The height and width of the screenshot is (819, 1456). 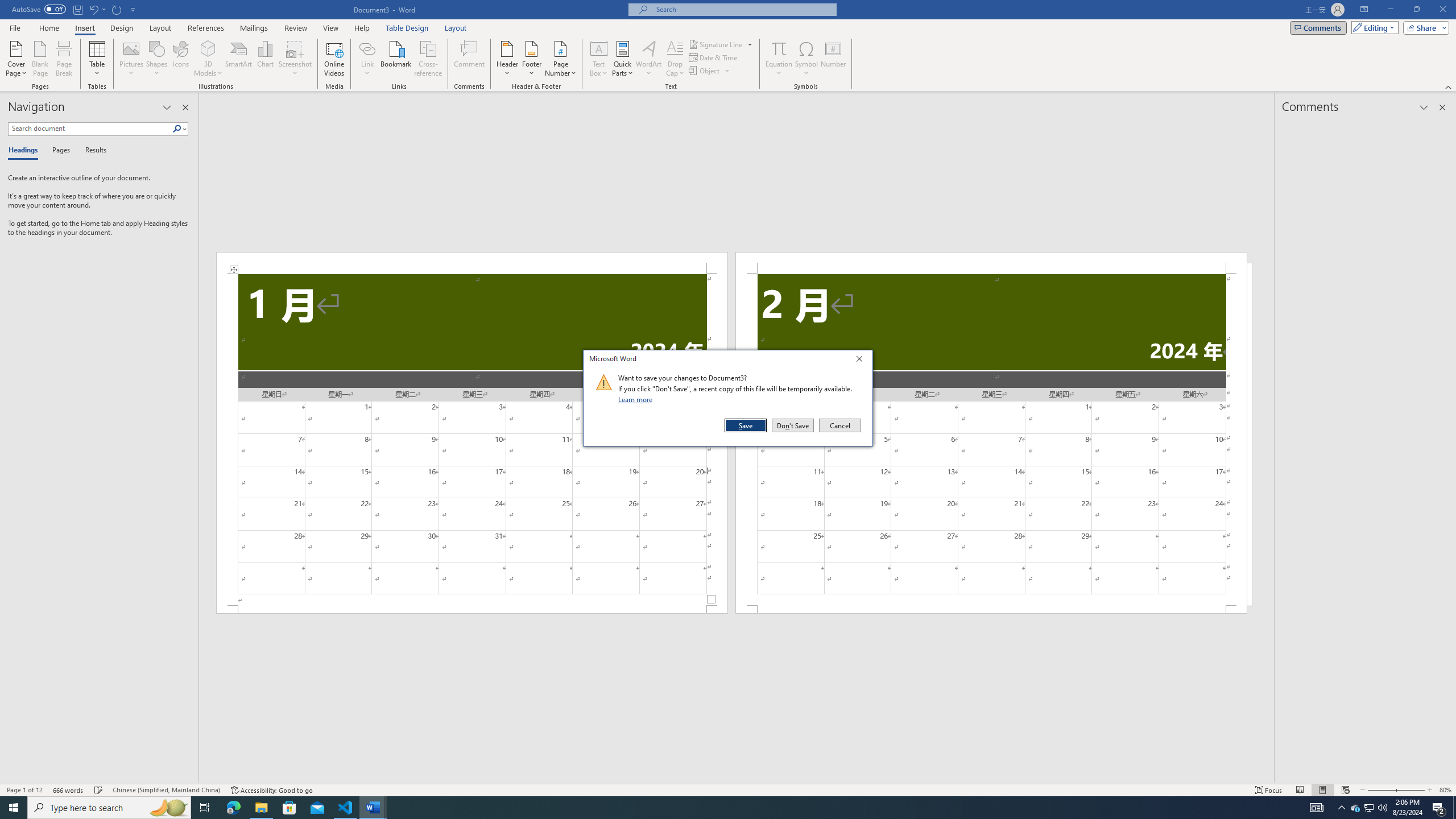 I want to click on 'Q2790: 100%', so click(x=1381, y=806).